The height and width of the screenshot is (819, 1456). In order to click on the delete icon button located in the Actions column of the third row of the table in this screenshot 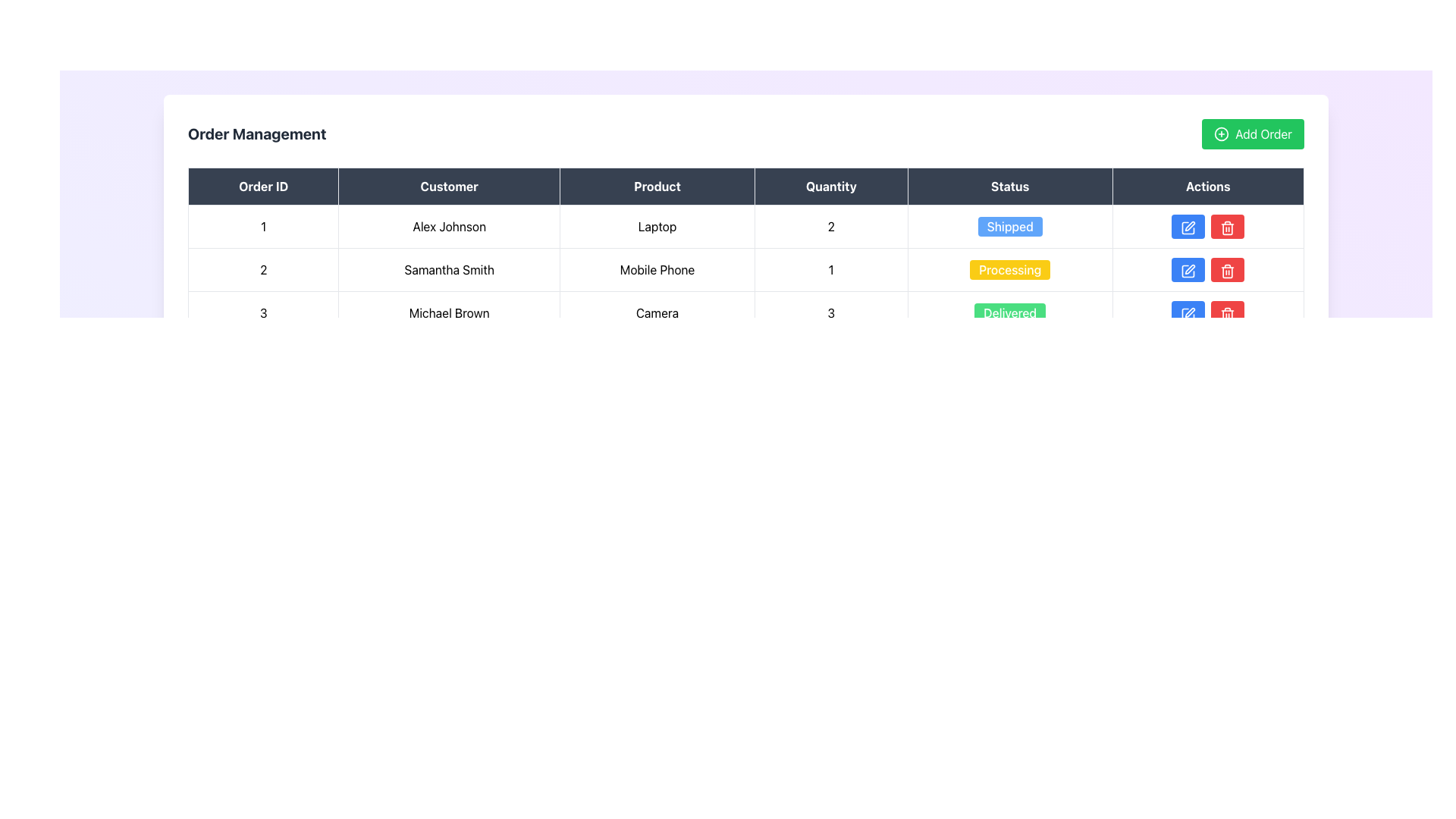, I will do `click(1228, 270)`.